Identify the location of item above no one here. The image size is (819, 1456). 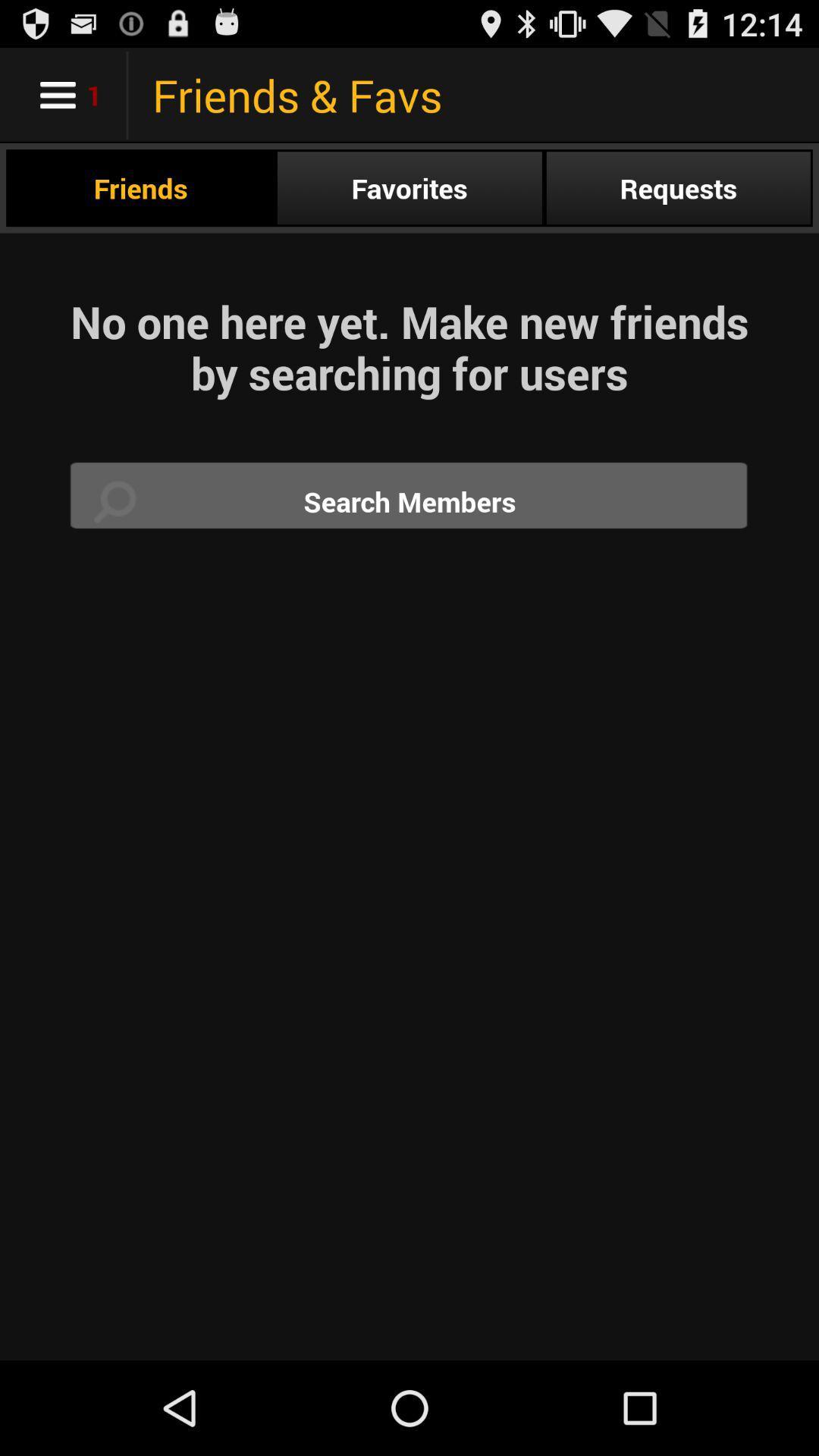
(677, 187).